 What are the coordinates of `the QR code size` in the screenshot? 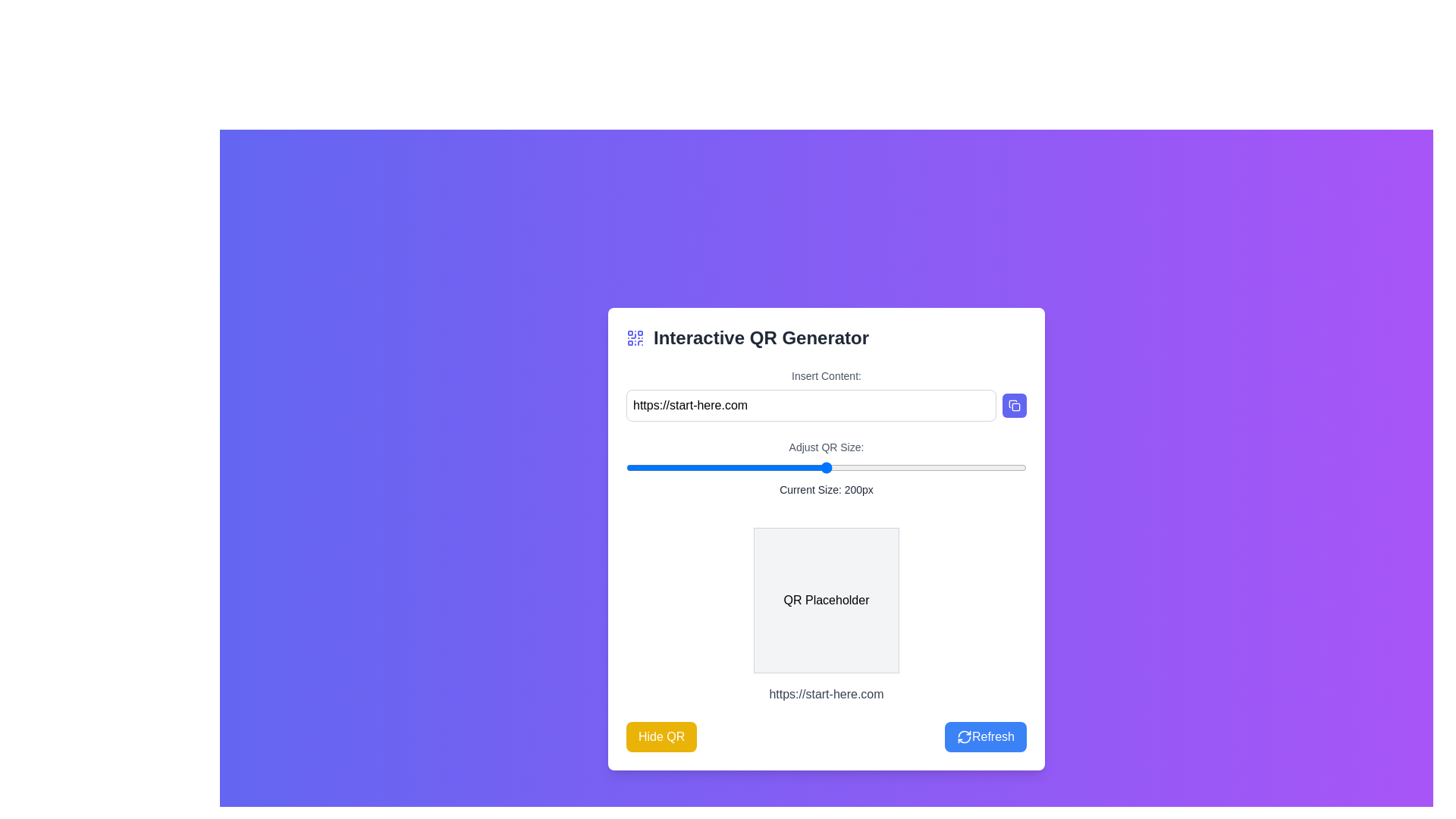 It's located at (1003, 467).